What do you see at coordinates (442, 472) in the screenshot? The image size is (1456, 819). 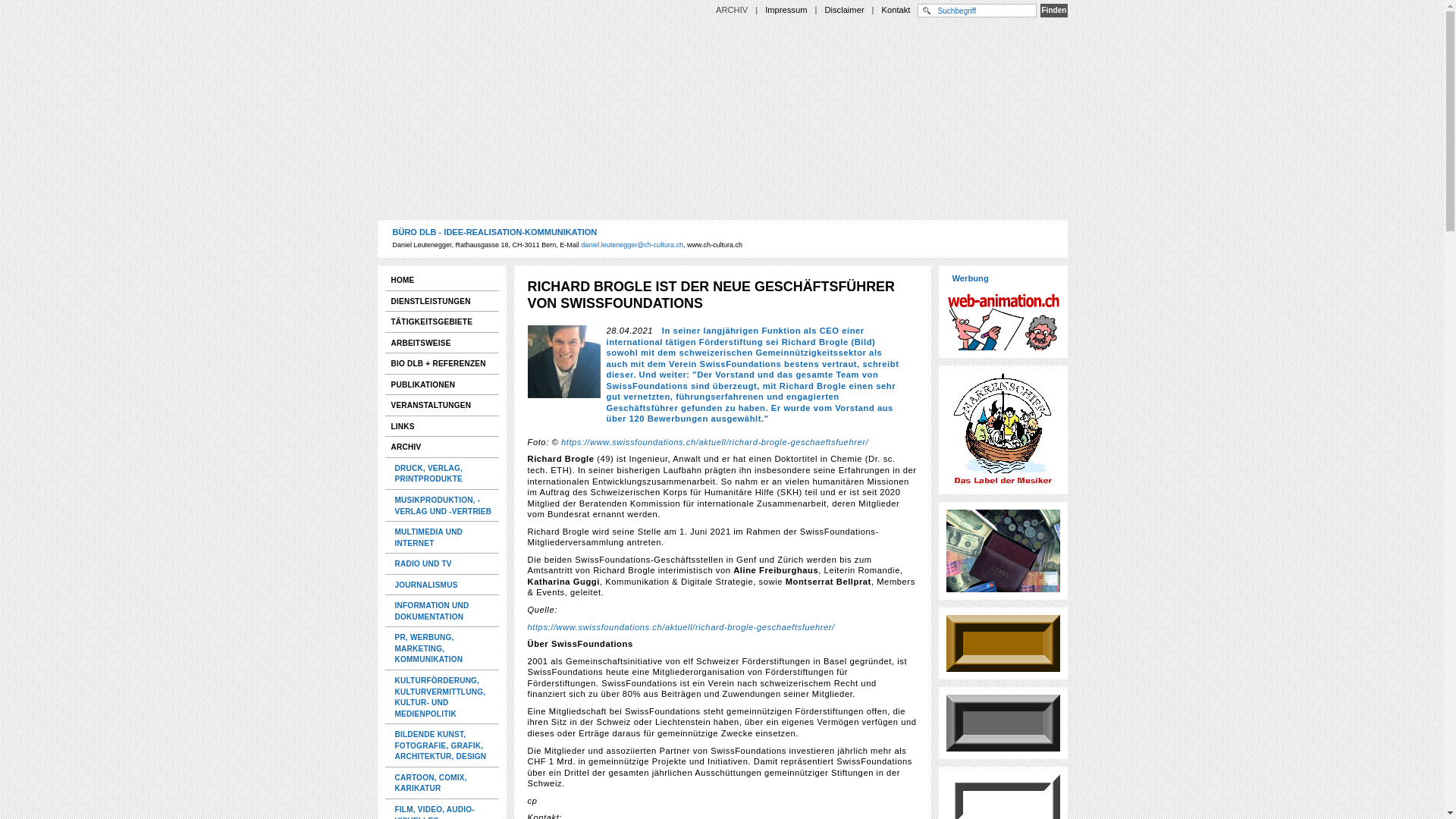 I see `'DRUCK, VERLAG, PRINTPRODUKTE'` at bounding box center [442, 472].